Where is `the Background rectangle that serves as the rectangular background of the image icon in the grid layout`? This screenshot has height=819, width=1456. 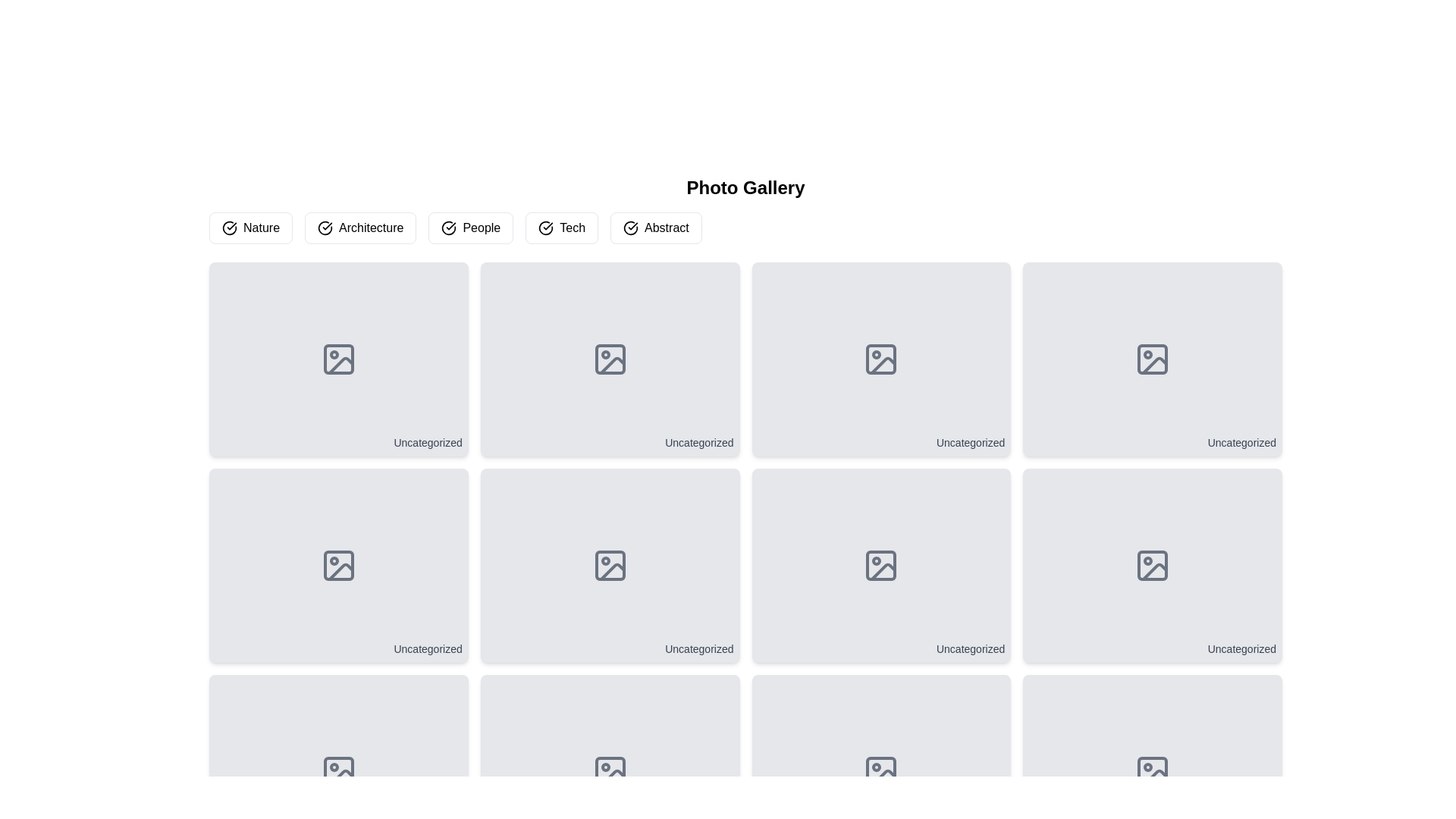 the Background rectangle that serves as the rectangular background of the image icon in the grid layout is located at coordinates (881, 565).